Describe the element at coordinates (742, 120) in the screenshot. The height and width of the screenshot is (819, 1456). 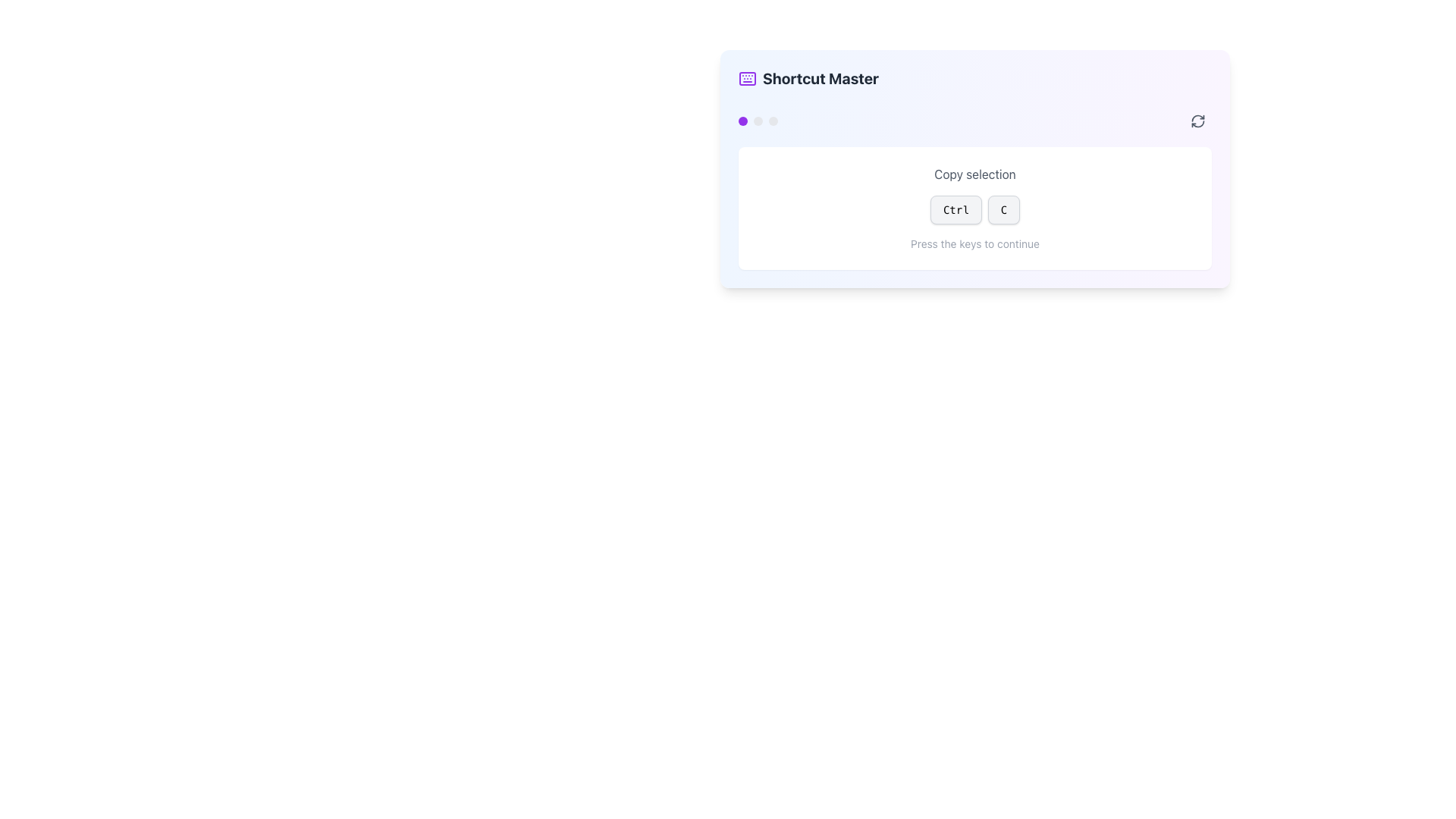
I see `the first progress indicator located below the title 'Shortcut Master' in the upper-left part of the interface` at that location.